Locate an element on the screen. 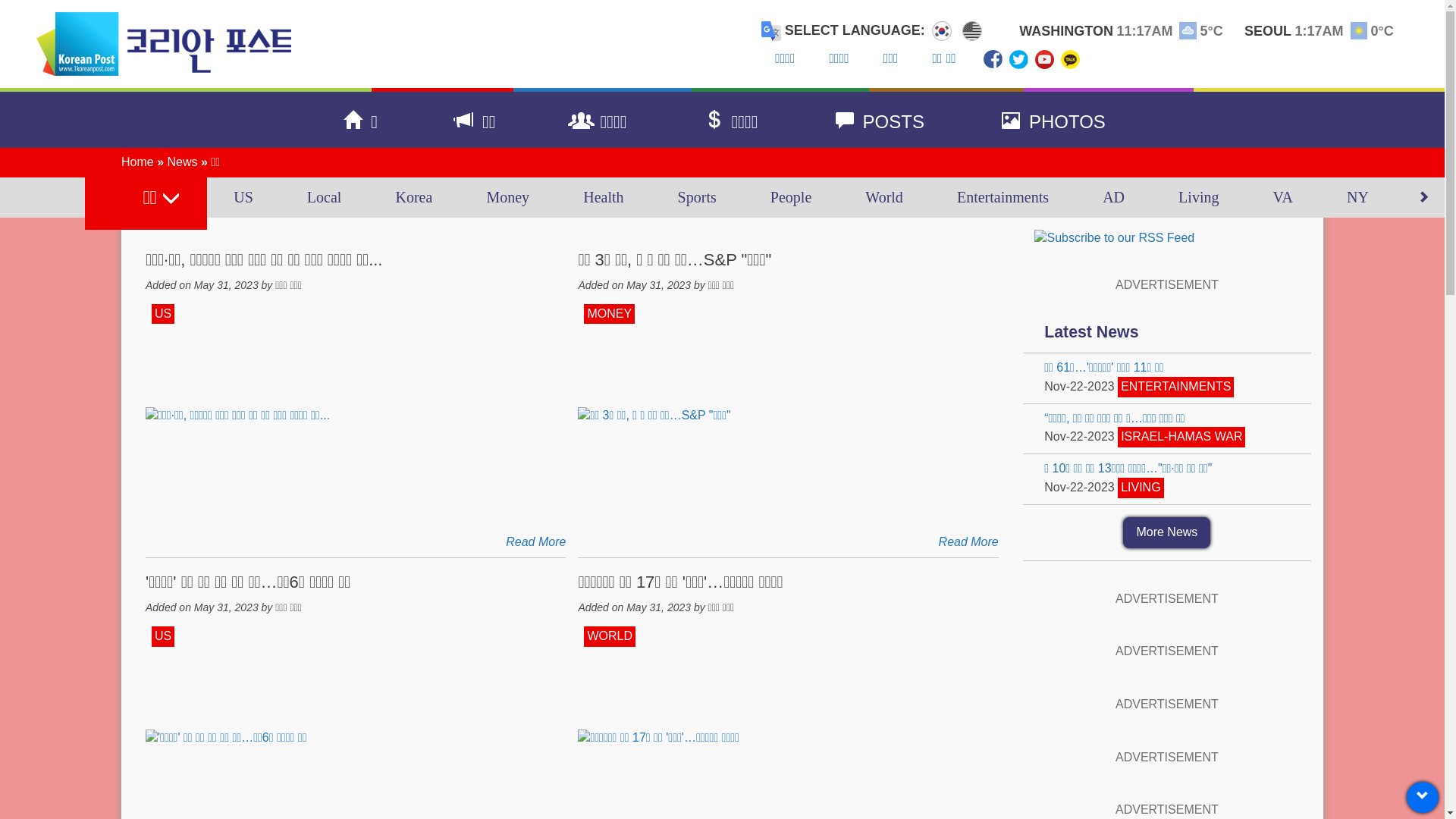 The height and width of the screenshot is (819, 1456). 'Subscribe to Us on YouTube' is located at coordinates (1043, 58).